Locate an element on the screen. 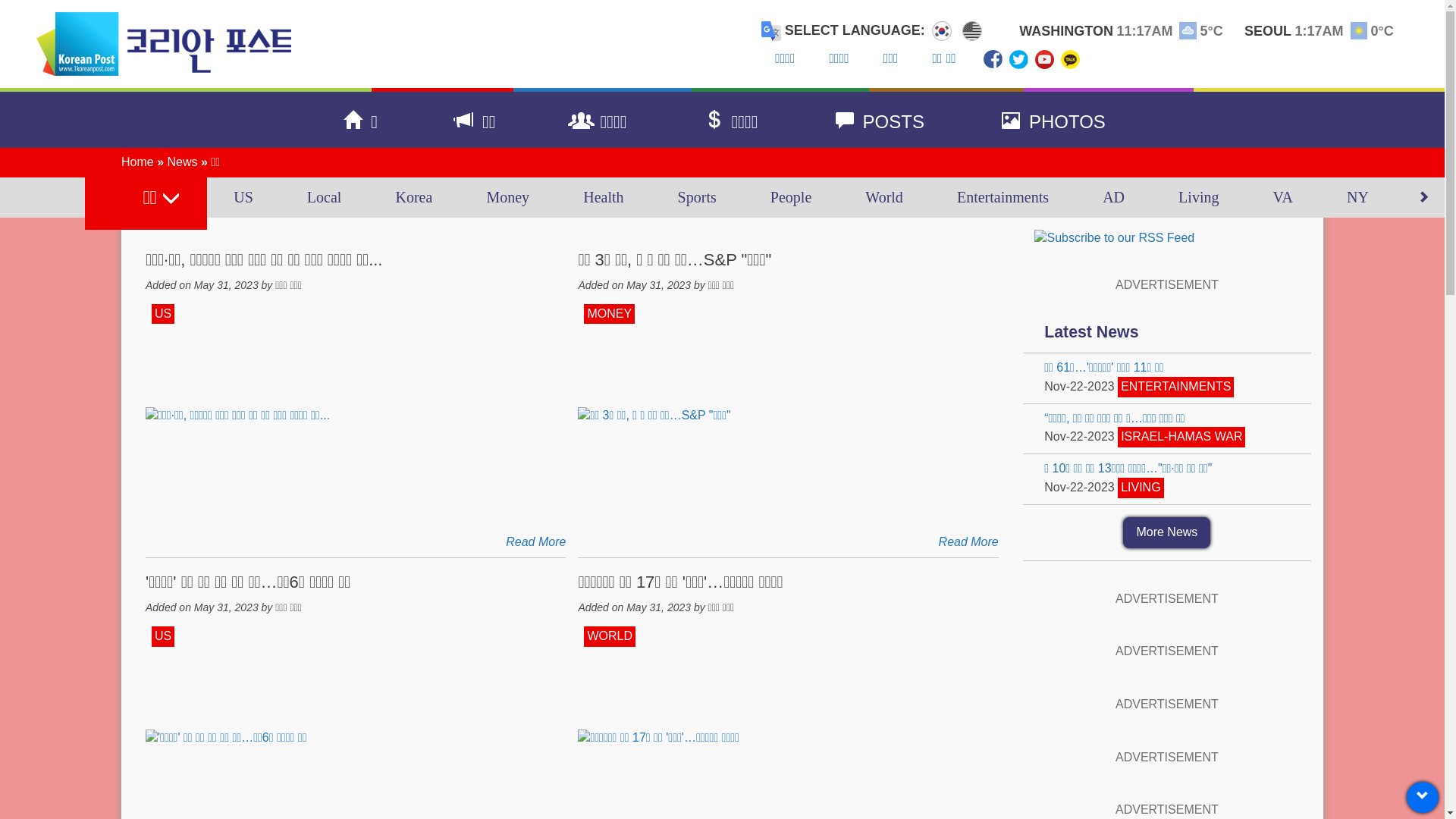 The height and width of the screenshot is (819, 1456). 'Subscribe to Us on YouTube' is located at coordinates (1043, 58).